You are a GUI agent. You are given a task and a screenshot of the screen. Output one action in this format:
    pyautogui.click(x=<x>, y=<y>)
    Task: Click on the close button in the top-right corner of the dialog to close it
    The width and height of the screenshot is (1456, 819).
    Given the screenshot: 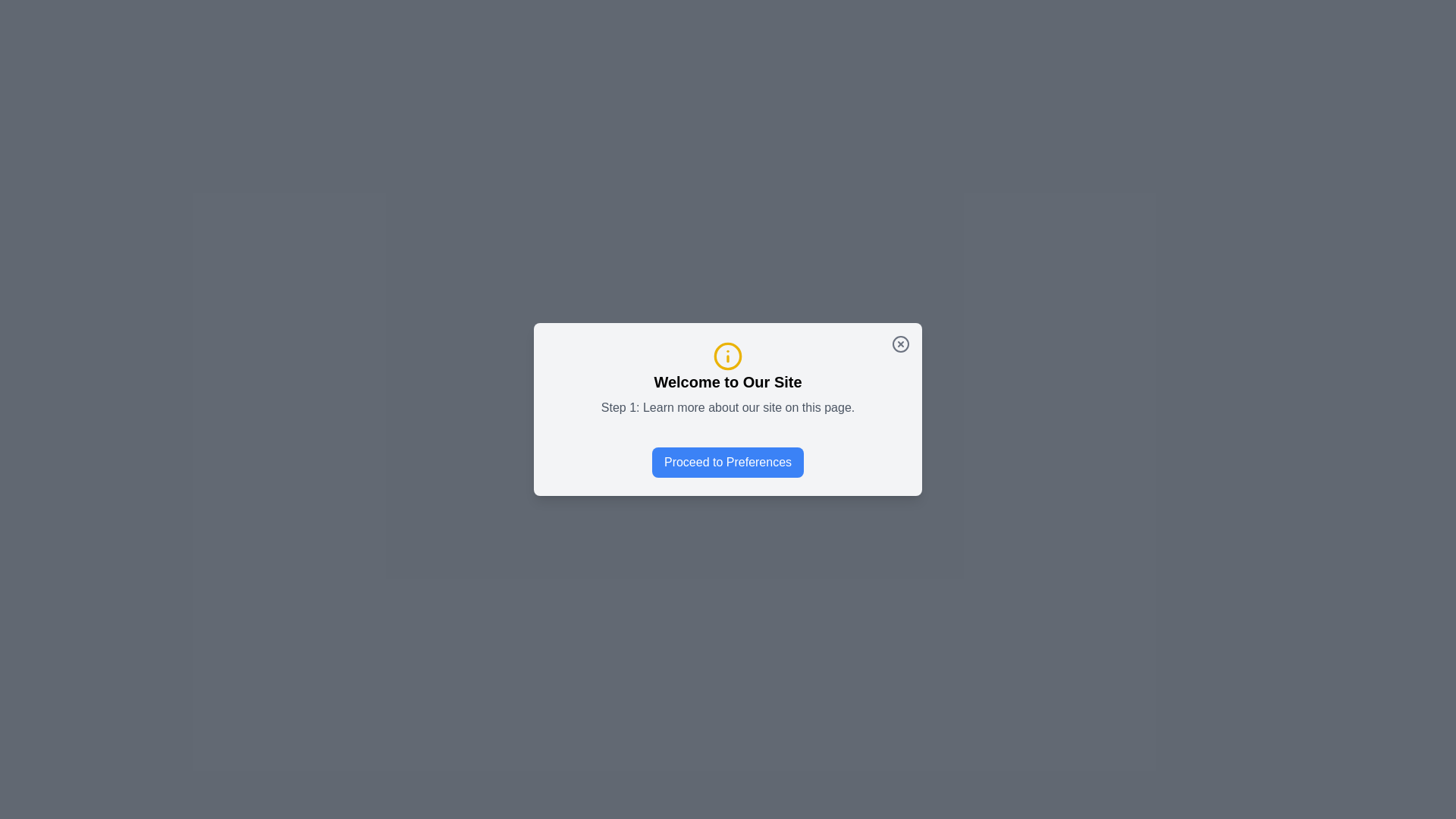 What is the action you would take?
    pyautogui.click(x=901, y=344)
    